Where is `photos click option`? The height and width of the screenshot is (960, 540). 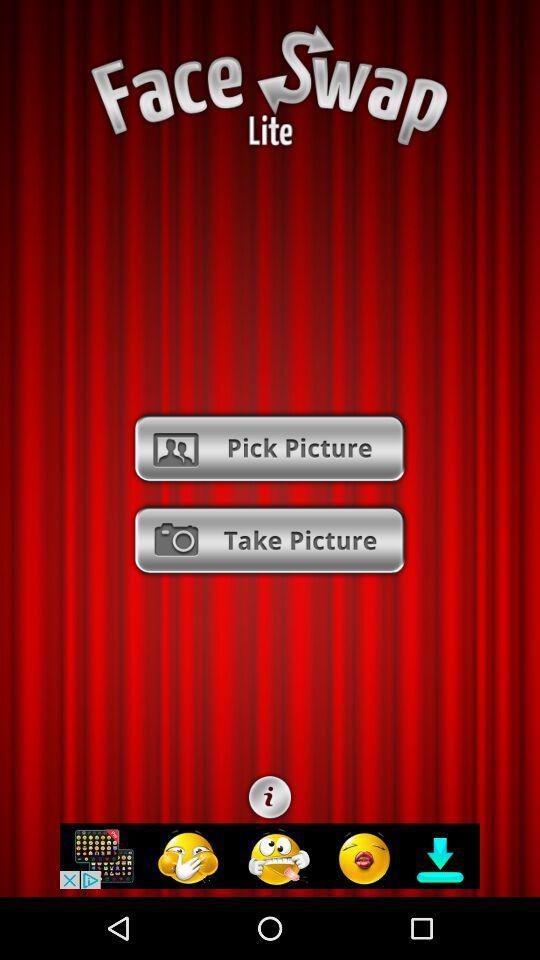
photos click option is located at coordinates (269, 448).